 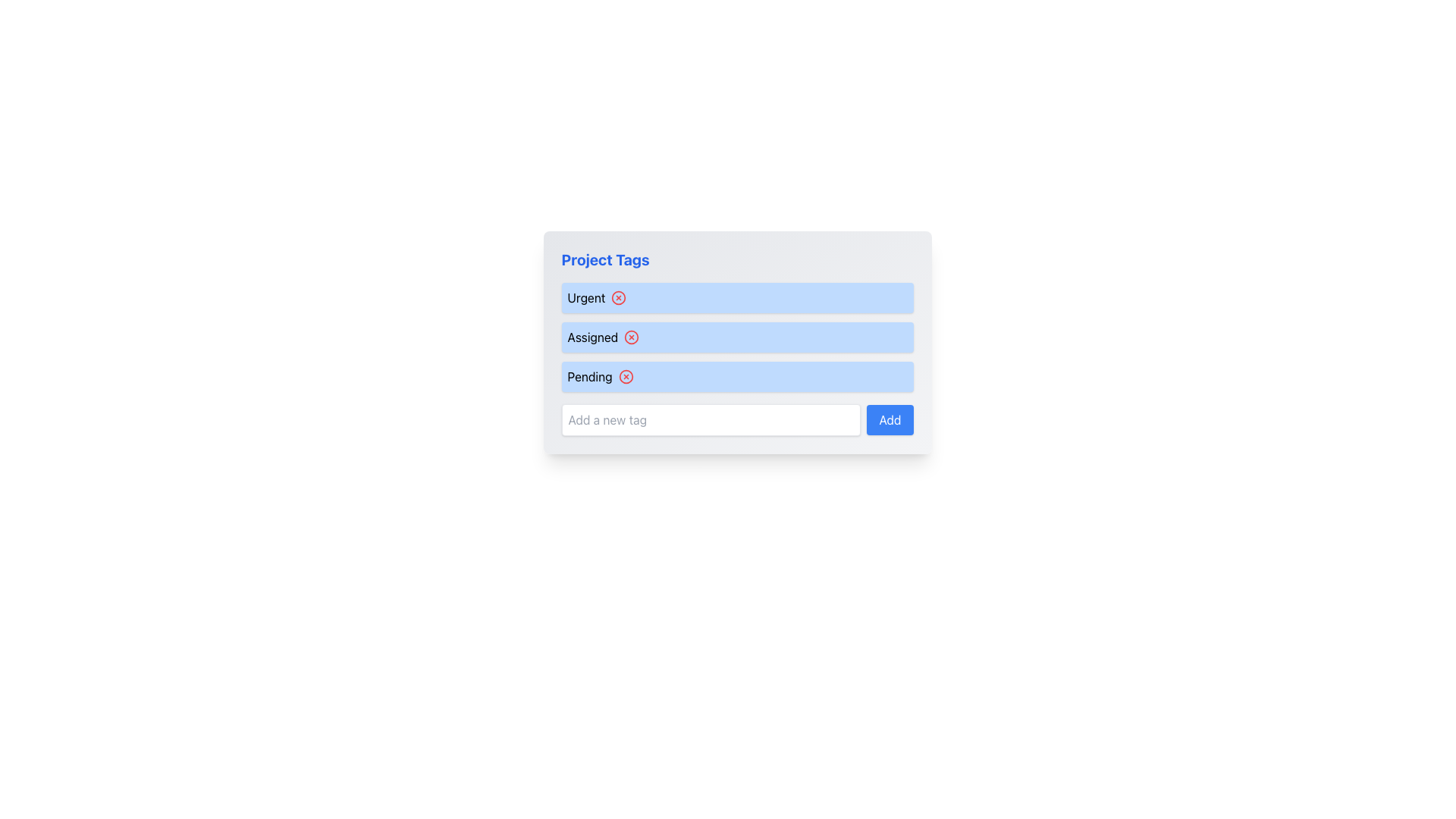 I want to click on the text label 'Assigned', so click(x=591, y=336).